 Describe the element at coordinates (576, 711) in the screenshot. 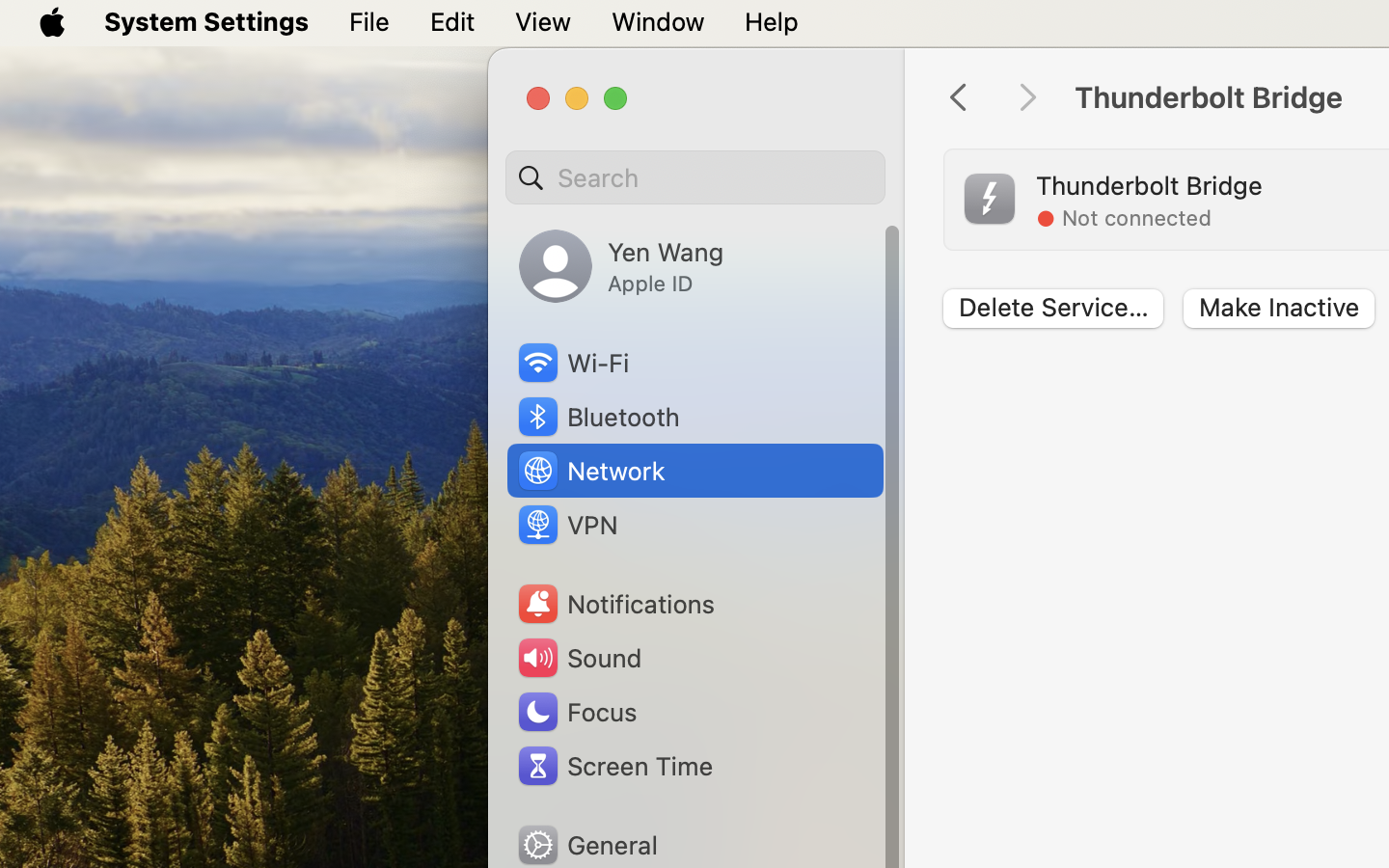

I see `'Focus'` at that location.